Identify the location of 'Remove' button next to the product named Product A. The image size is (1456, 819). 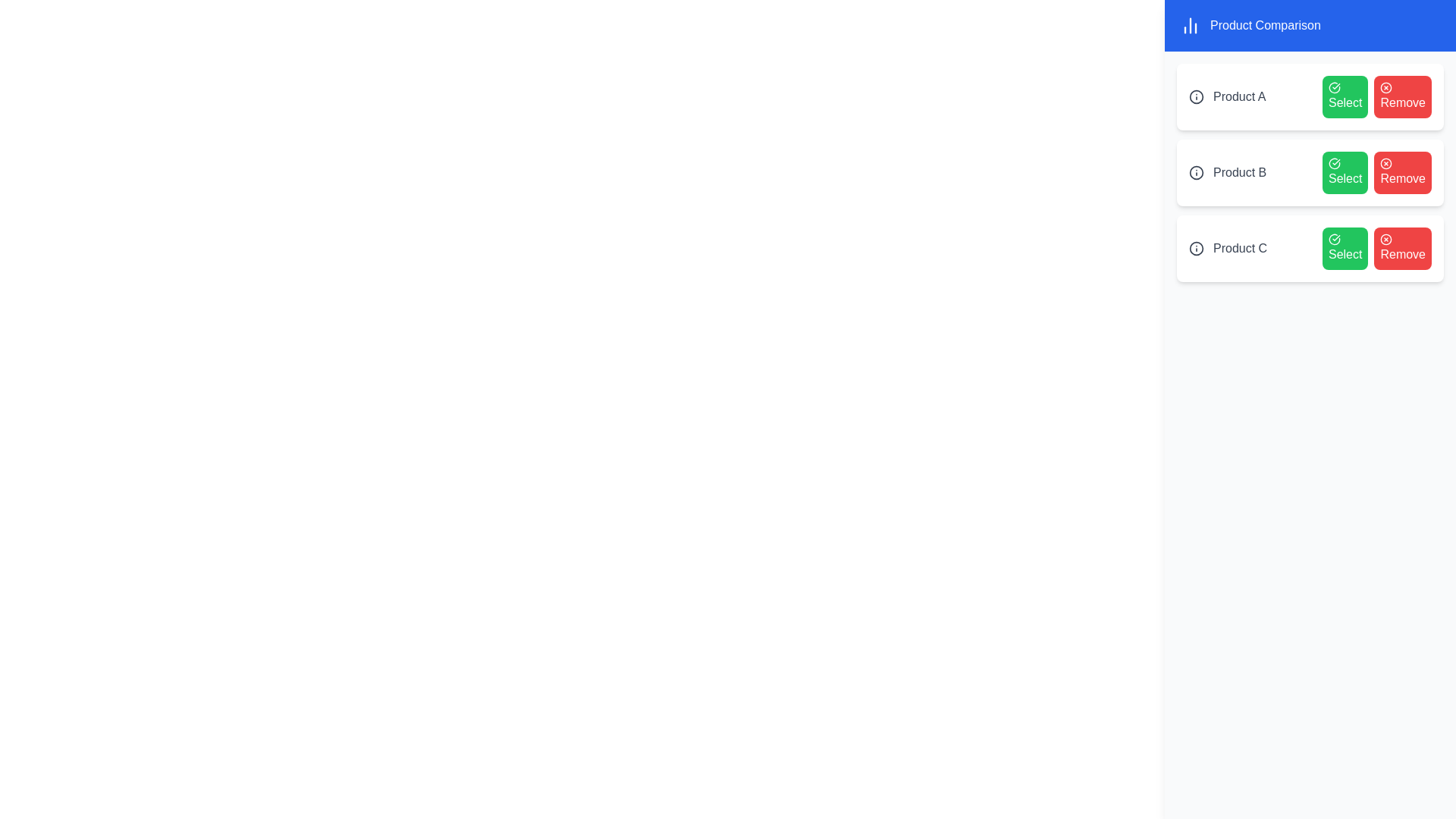
(1402, 96).